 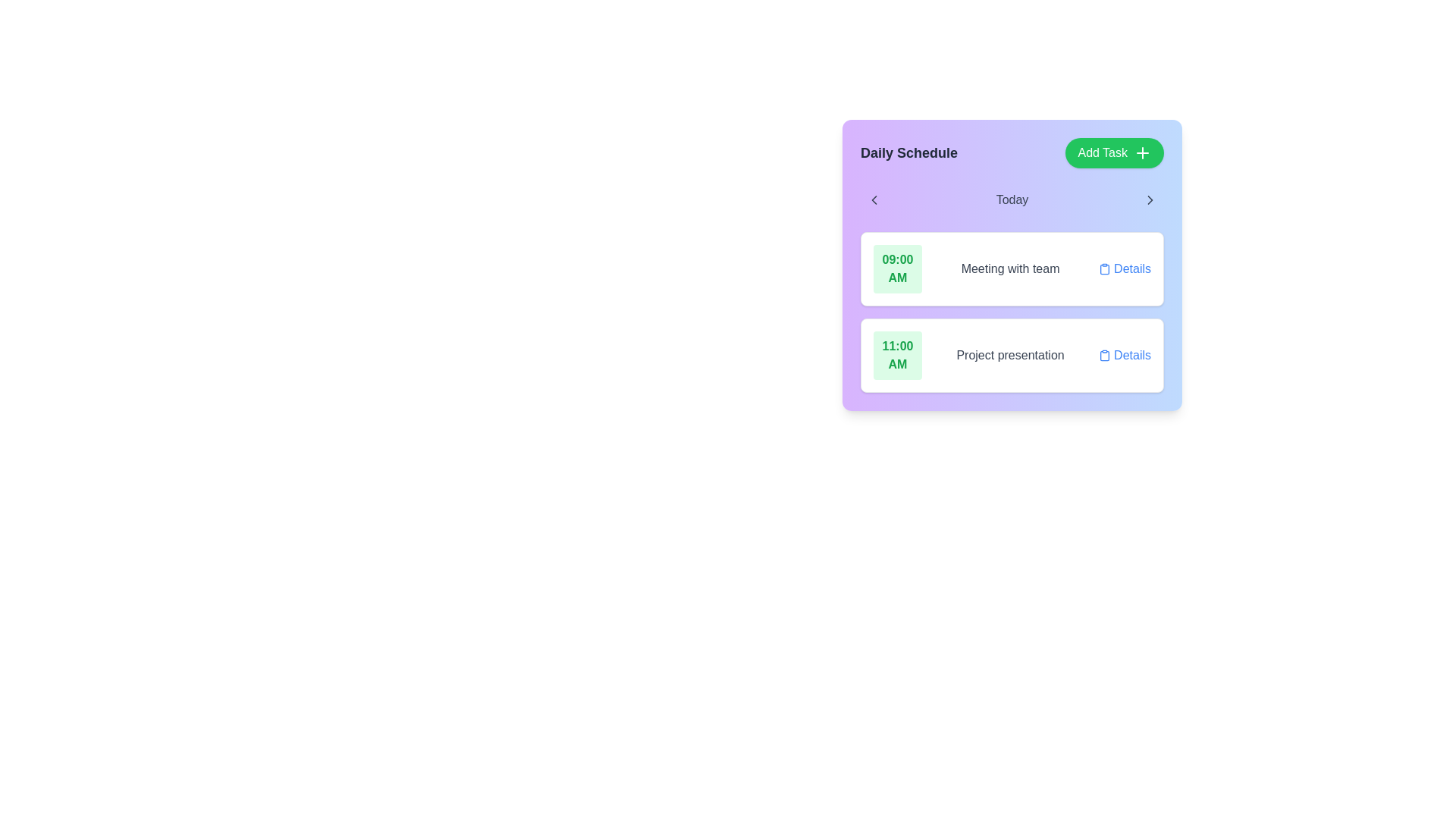 I want to click on the small clipboard icon with a blue outline located to the left of the 'Details' text for the 'Meeting with team' entry, so click(x=1105, y=268).